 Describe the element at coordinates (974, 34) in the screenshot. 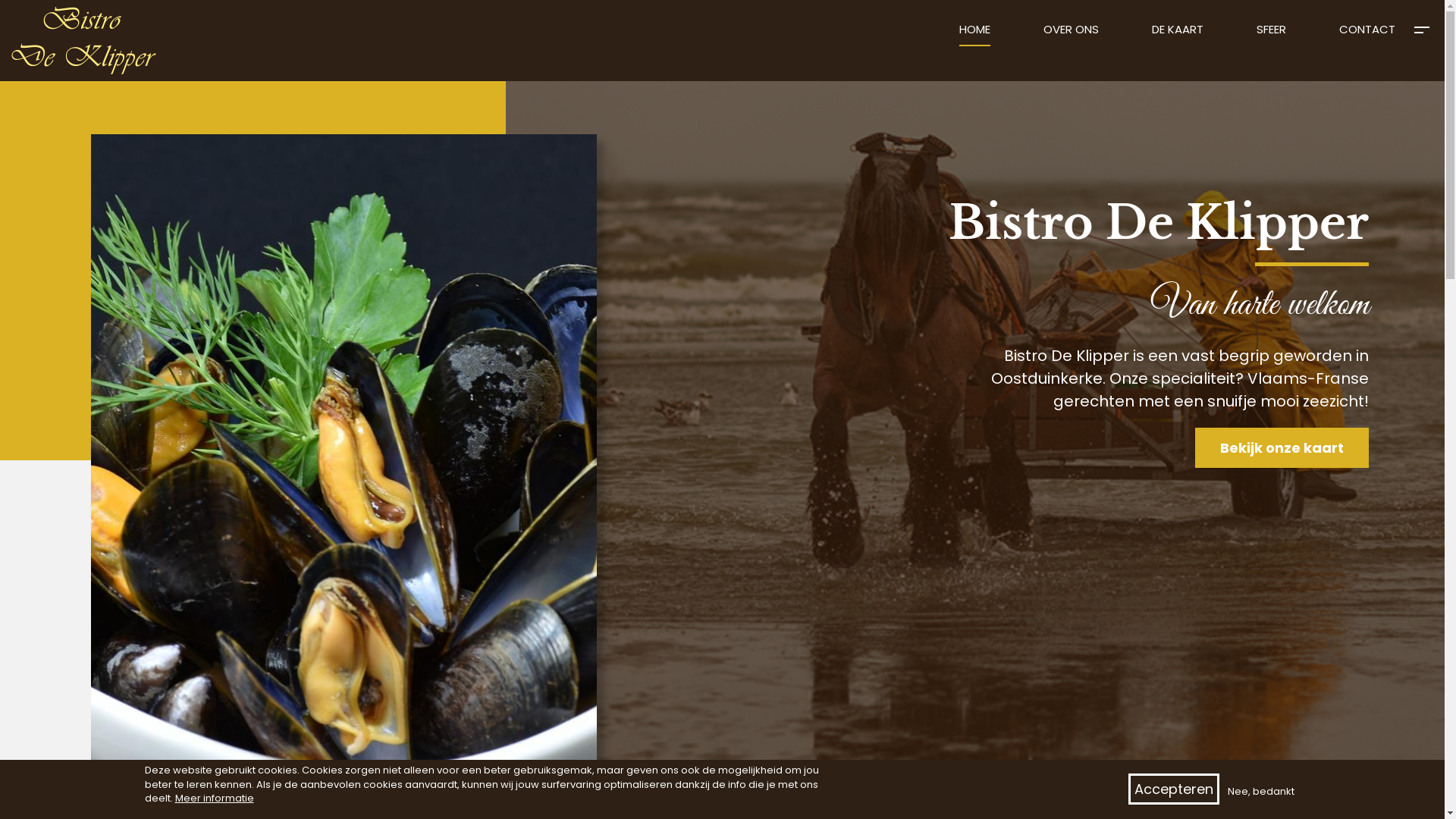

I see `'HOME'` at that location.